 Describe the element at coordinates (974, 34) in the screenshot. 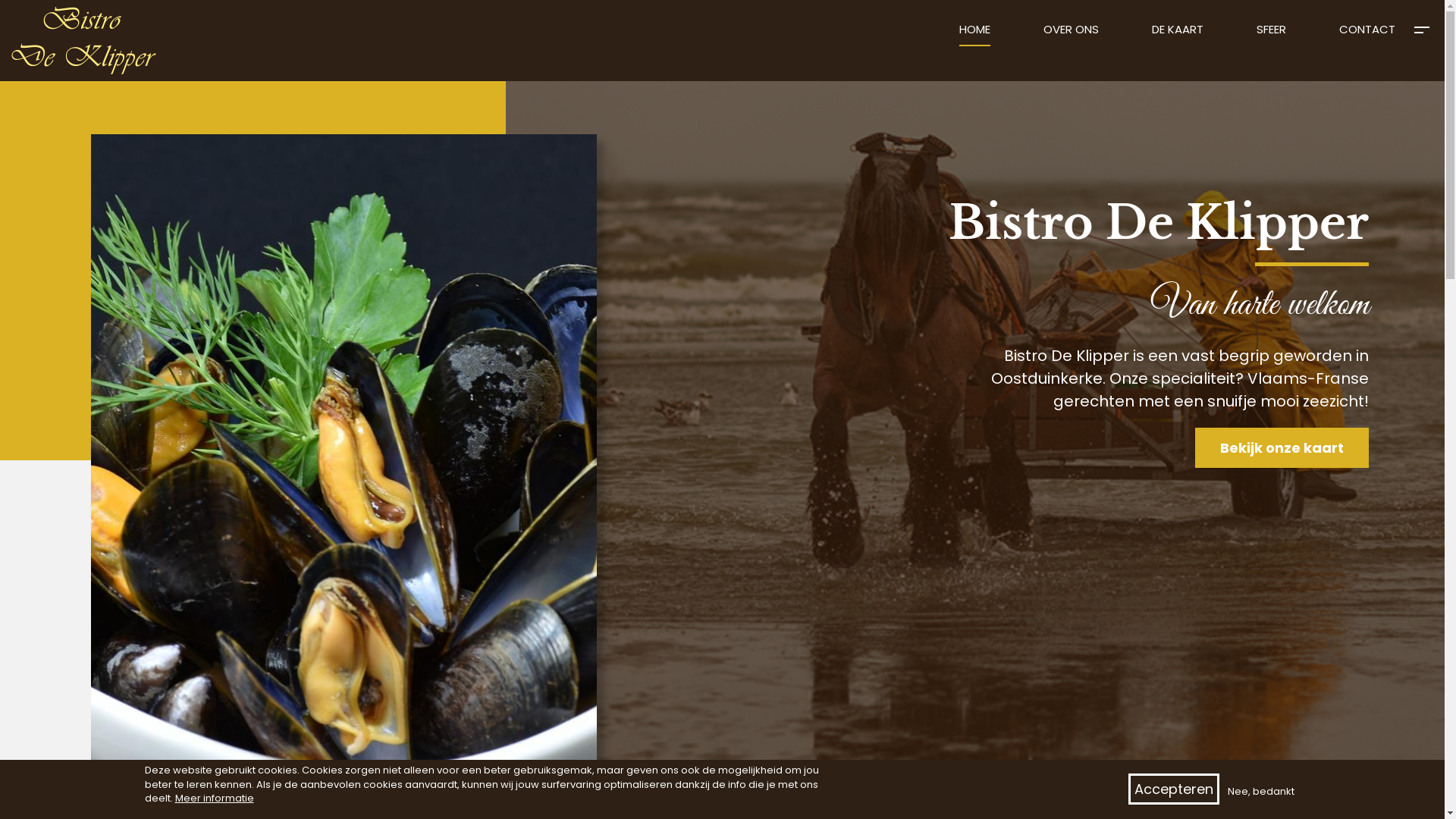

I see `'HOME'` at that location.